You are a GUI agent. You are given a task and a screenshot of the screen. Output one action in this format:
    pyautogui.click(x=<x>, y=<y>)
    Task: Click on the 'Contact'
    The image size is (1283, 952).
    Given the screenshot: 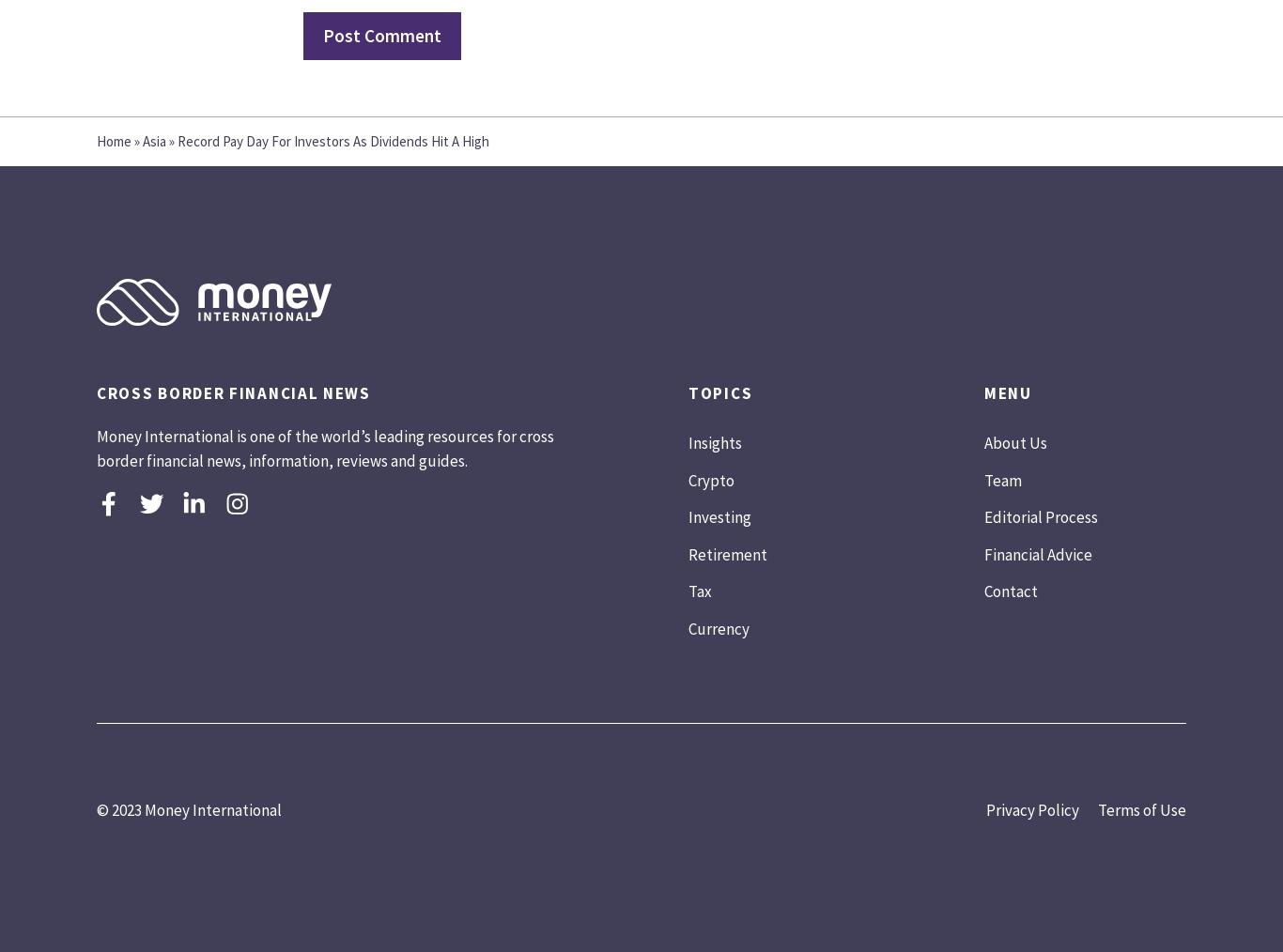 What is the action you would take?
    pyautogui.click(x=1010, y=591)
    